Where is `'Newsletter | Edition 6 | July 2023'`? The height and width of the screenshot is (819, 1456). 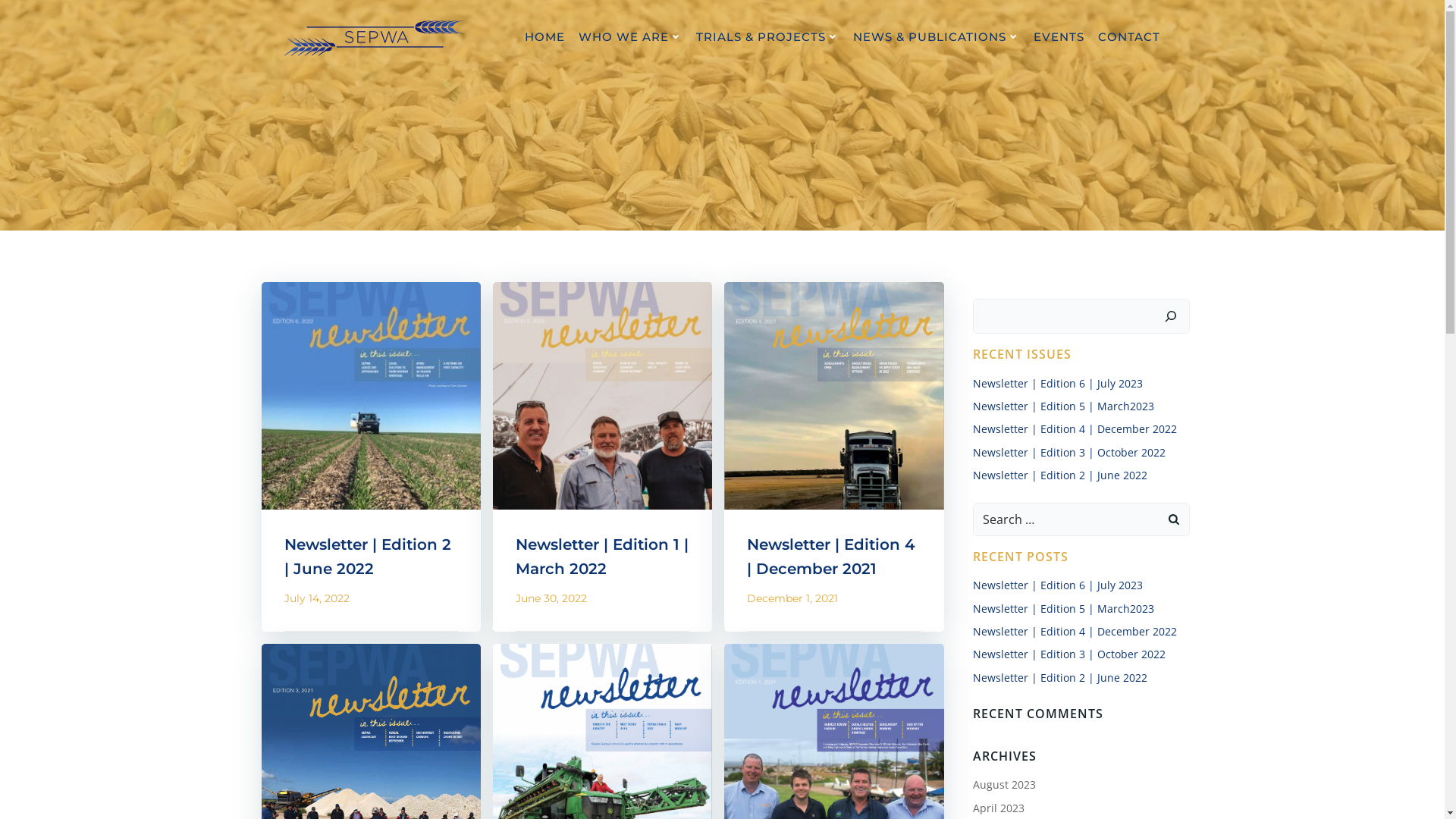
'Newsletter | Edition 6 | July 2023' is located at coordinates (1057, 382).